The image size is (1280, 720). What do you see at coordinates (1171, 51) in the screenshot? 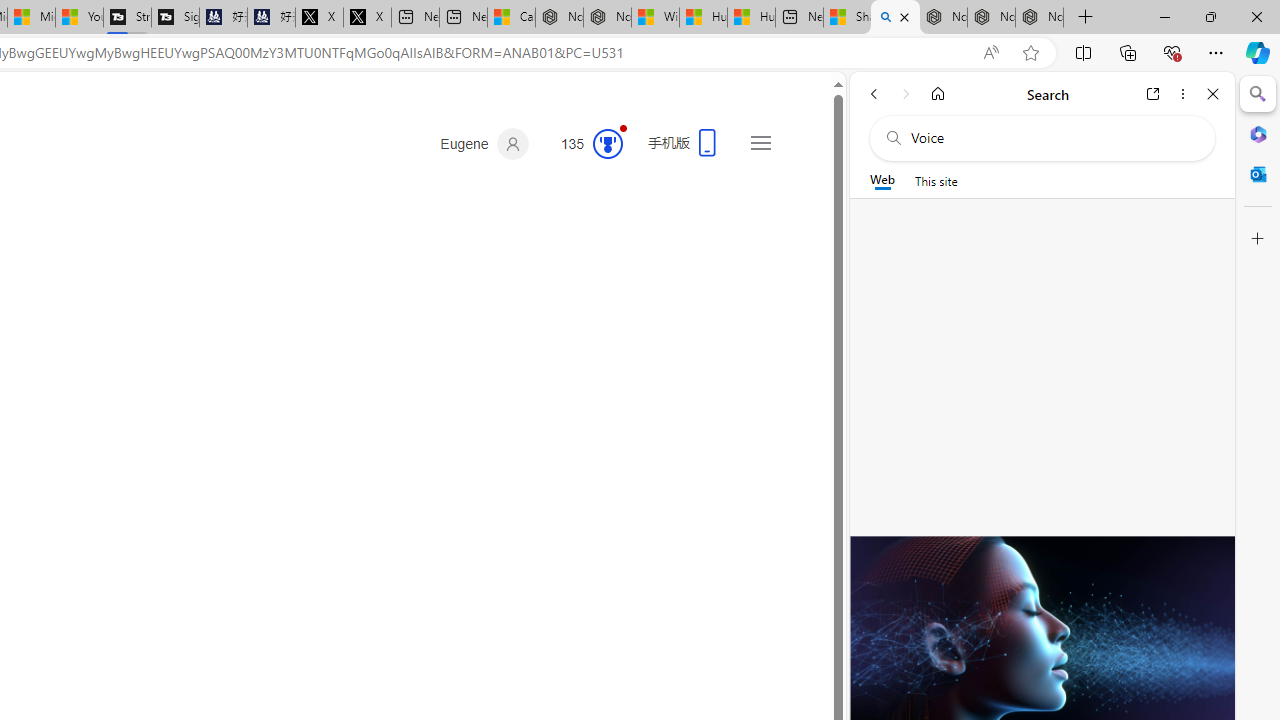
I see `'Browser essentials'` at bounding box center [1171, 51].